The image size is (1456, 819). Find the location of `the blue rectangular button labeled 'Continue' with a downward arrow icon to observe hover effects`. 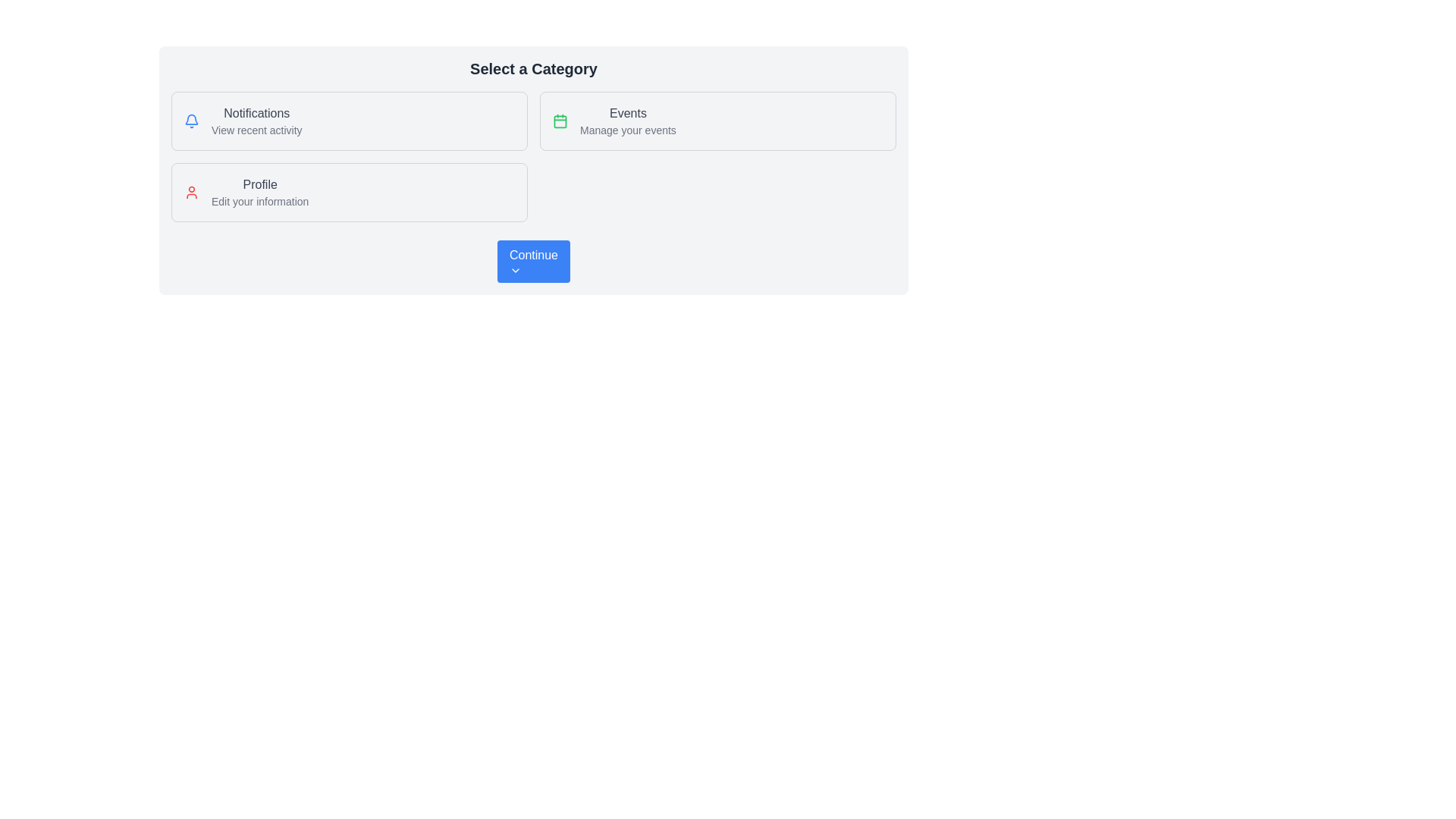

the blue rectangular button labeled 'Continue' with a downward arrow icon to observe hover effects is located at coordinates (534, 260).